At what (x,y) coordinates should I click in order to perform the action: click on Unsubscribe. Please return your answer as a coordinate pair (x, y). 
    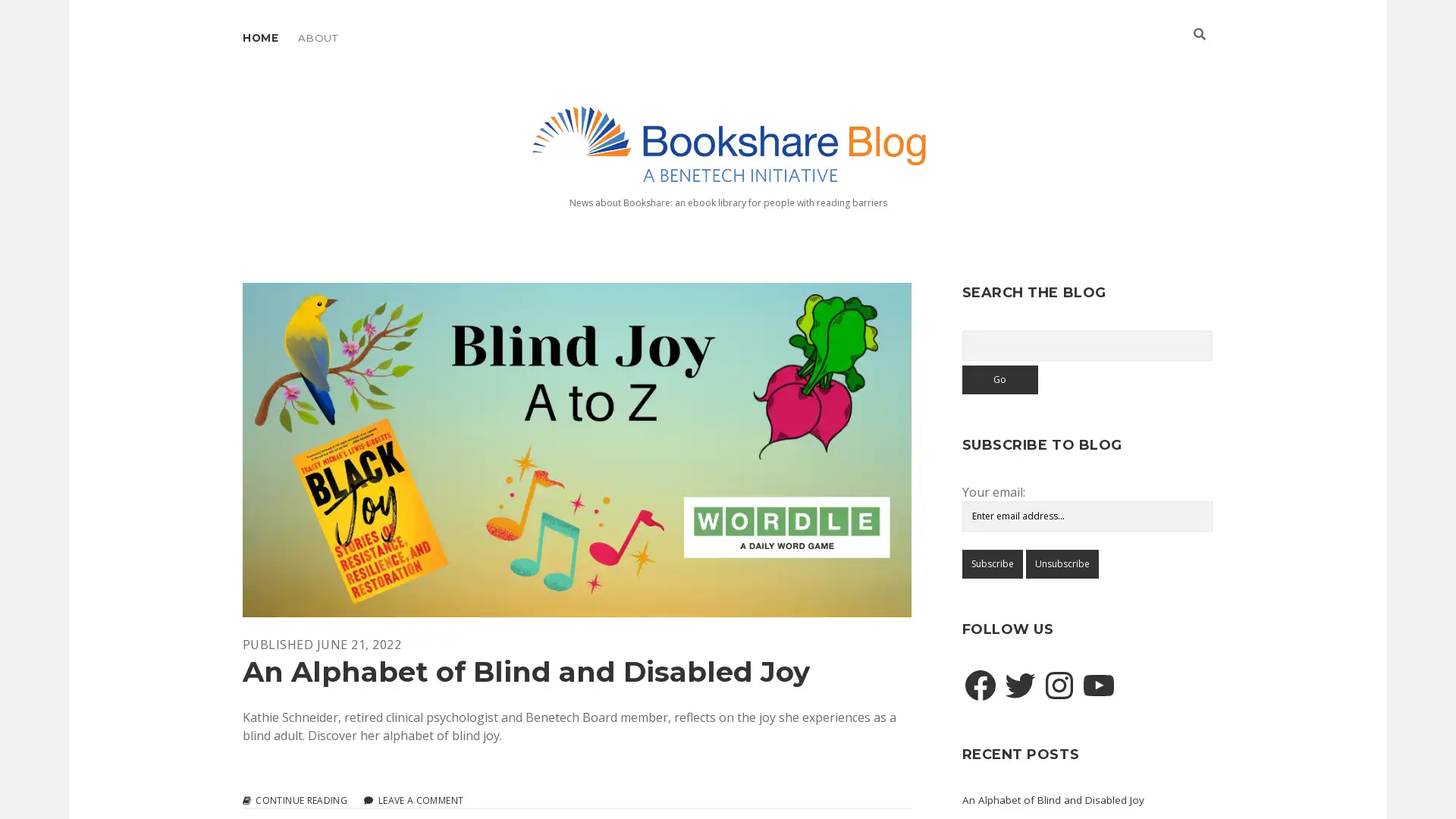
    Looking at the image, I should click on (1061, 563).